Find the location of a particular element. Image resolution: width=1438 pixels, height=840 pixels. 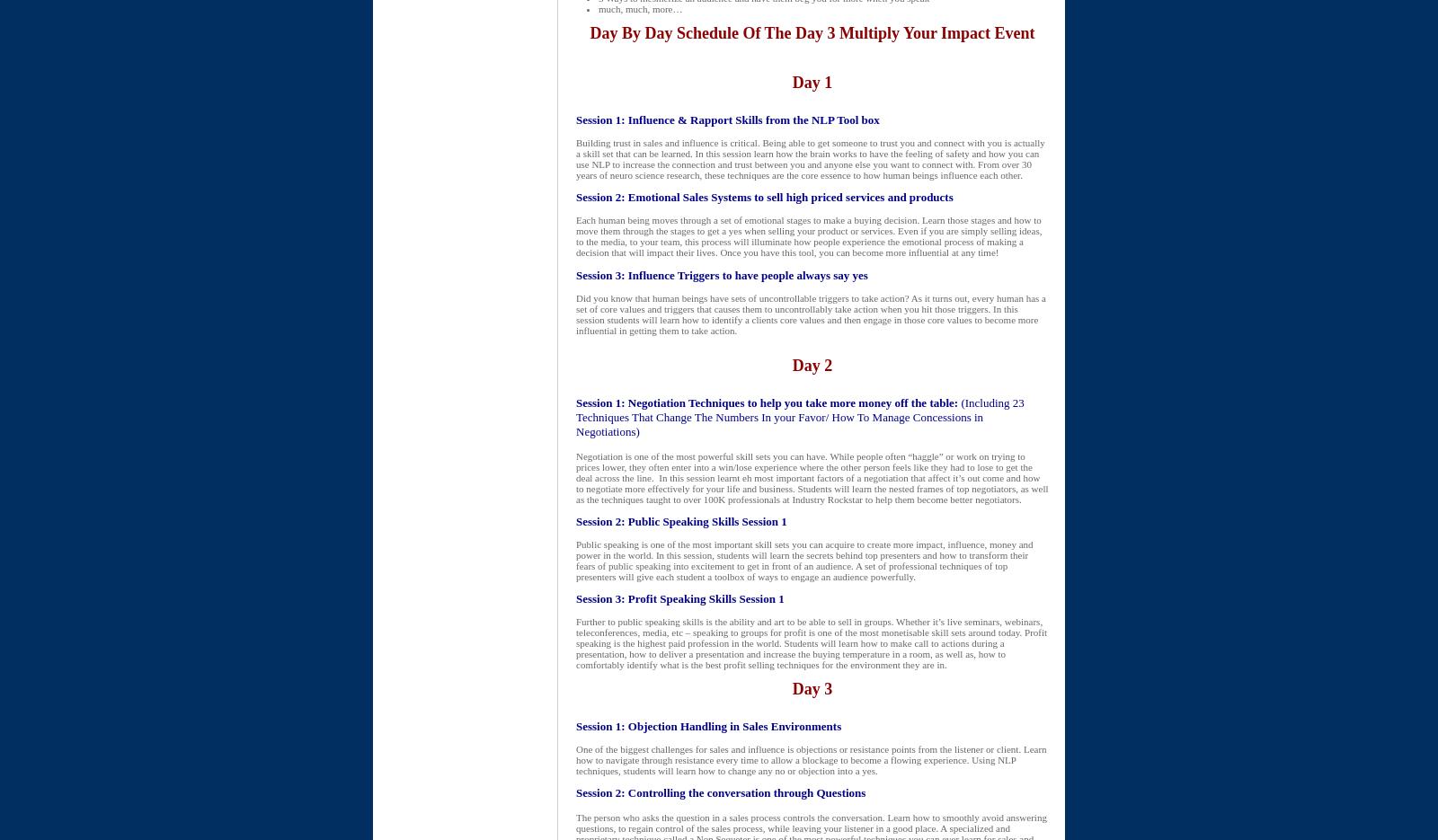

'Did  you know that human beings have sets of uncontrollable triggers to take action?  As it turns out, every human has a set of core values and triggers that causes  them to uncontrollably take action when you hit those triggers. In this session students will learn how to  identify a clients core values and then engage in those core values to become  more influential in getting them to take action.' is located at coordinates (810, 313).